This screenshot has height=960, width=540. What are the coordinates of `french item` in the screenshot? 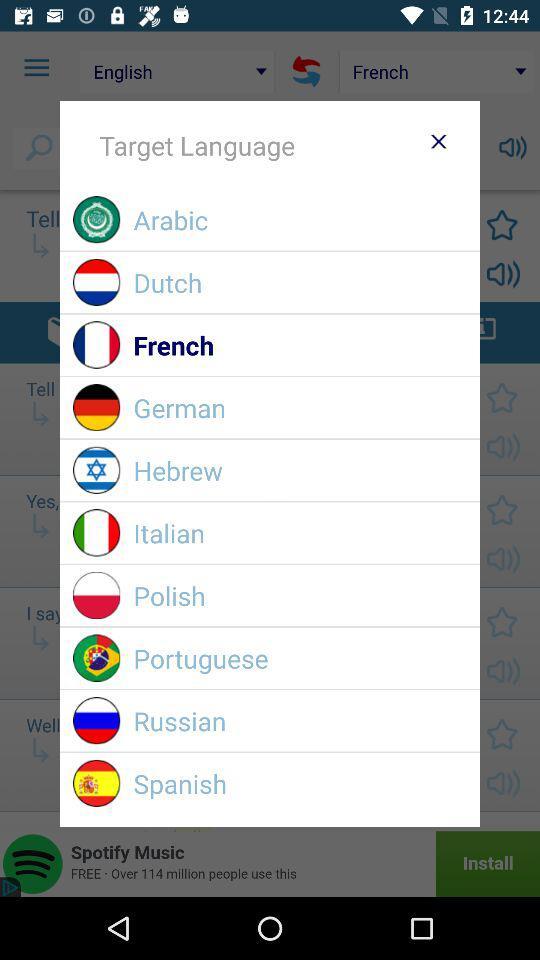 It's located at (299, 345).